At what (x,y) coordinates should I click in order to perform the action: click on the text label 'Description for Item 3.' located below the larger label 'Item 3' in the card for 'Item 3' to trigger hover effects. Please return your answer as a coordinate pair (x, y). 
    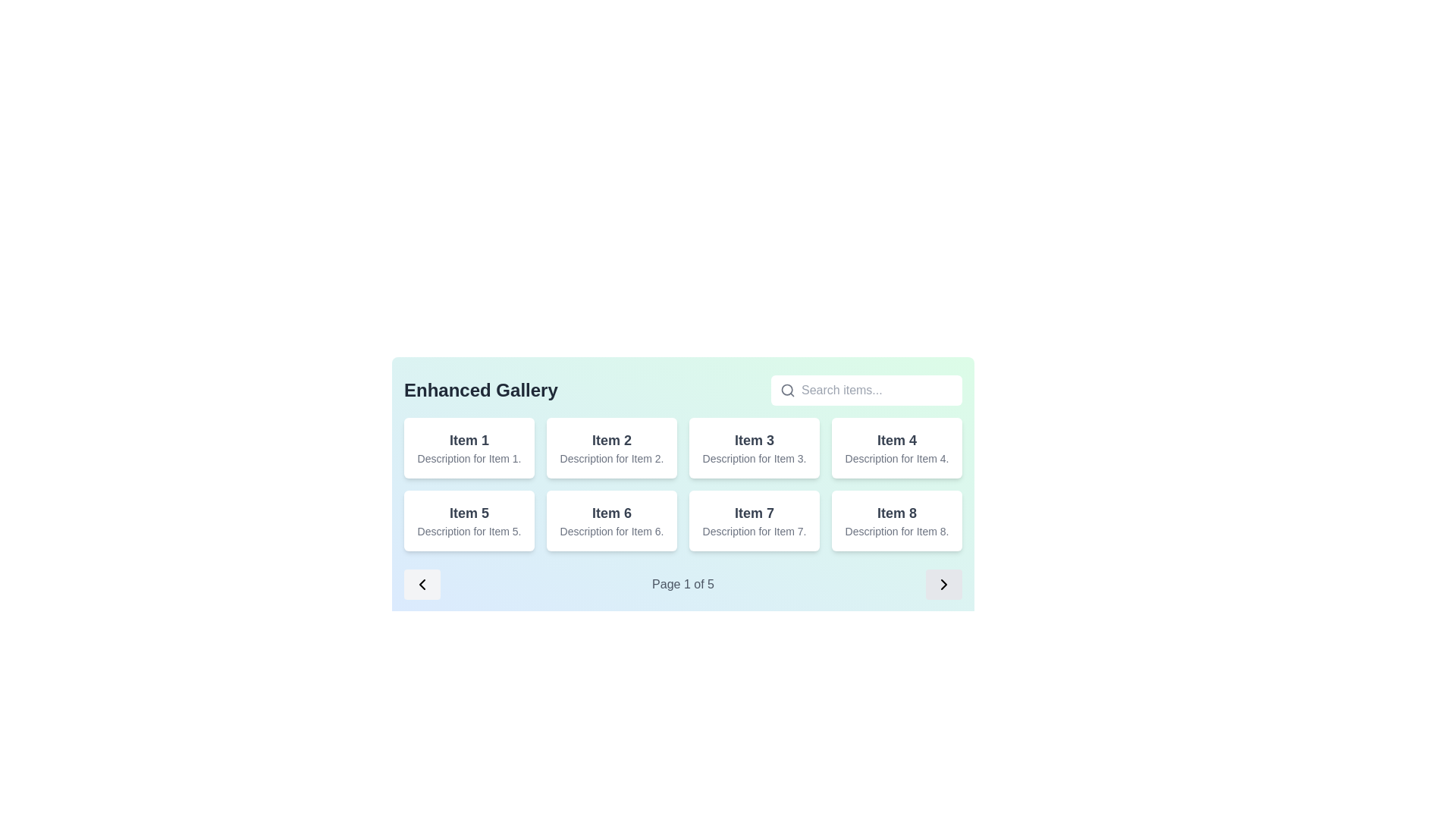
    Looking at the image, I should click on (754, 458).